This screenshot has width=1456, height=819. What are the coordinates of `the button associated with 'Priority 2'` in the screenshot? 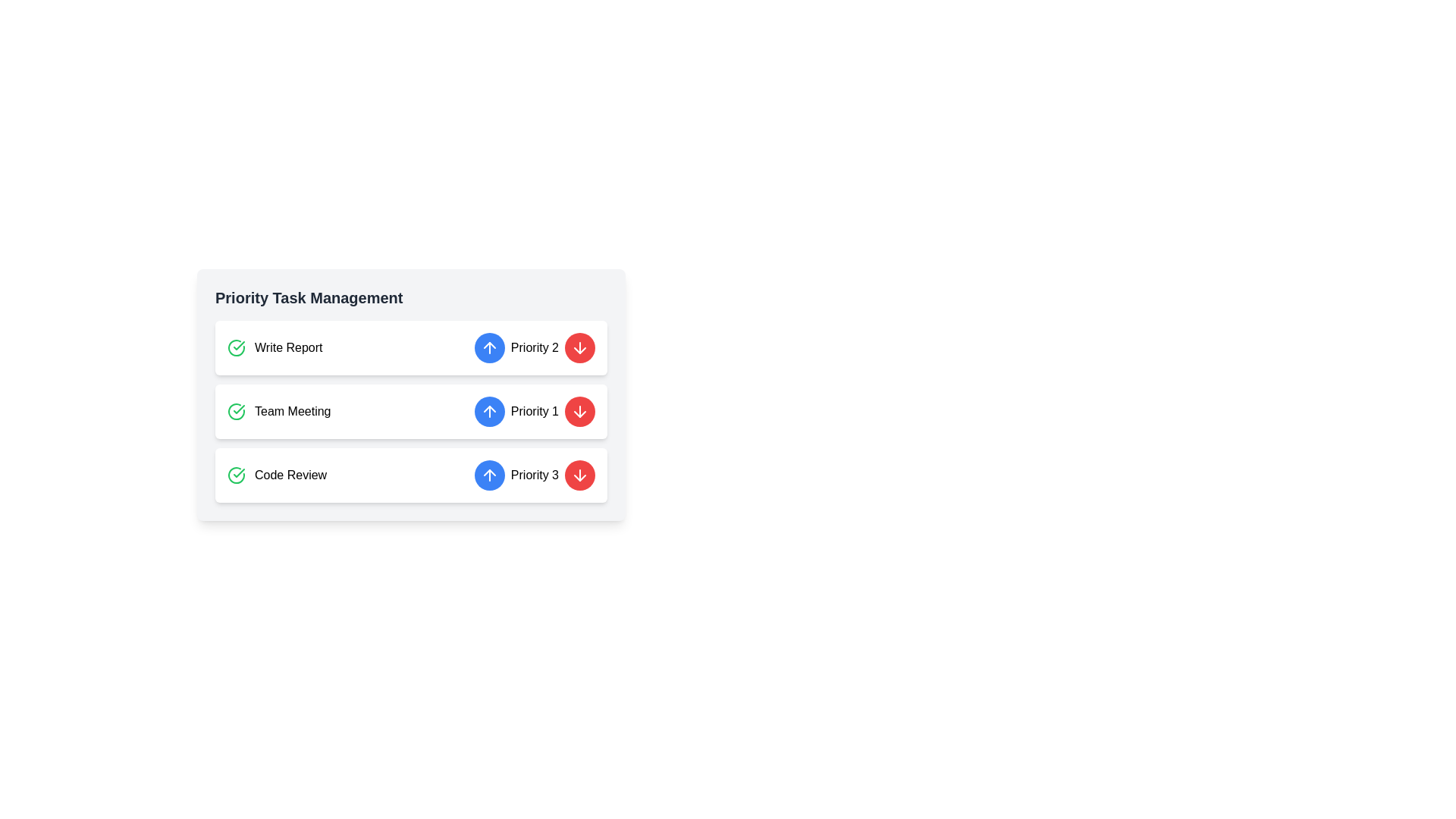 It's located at (489, 348).